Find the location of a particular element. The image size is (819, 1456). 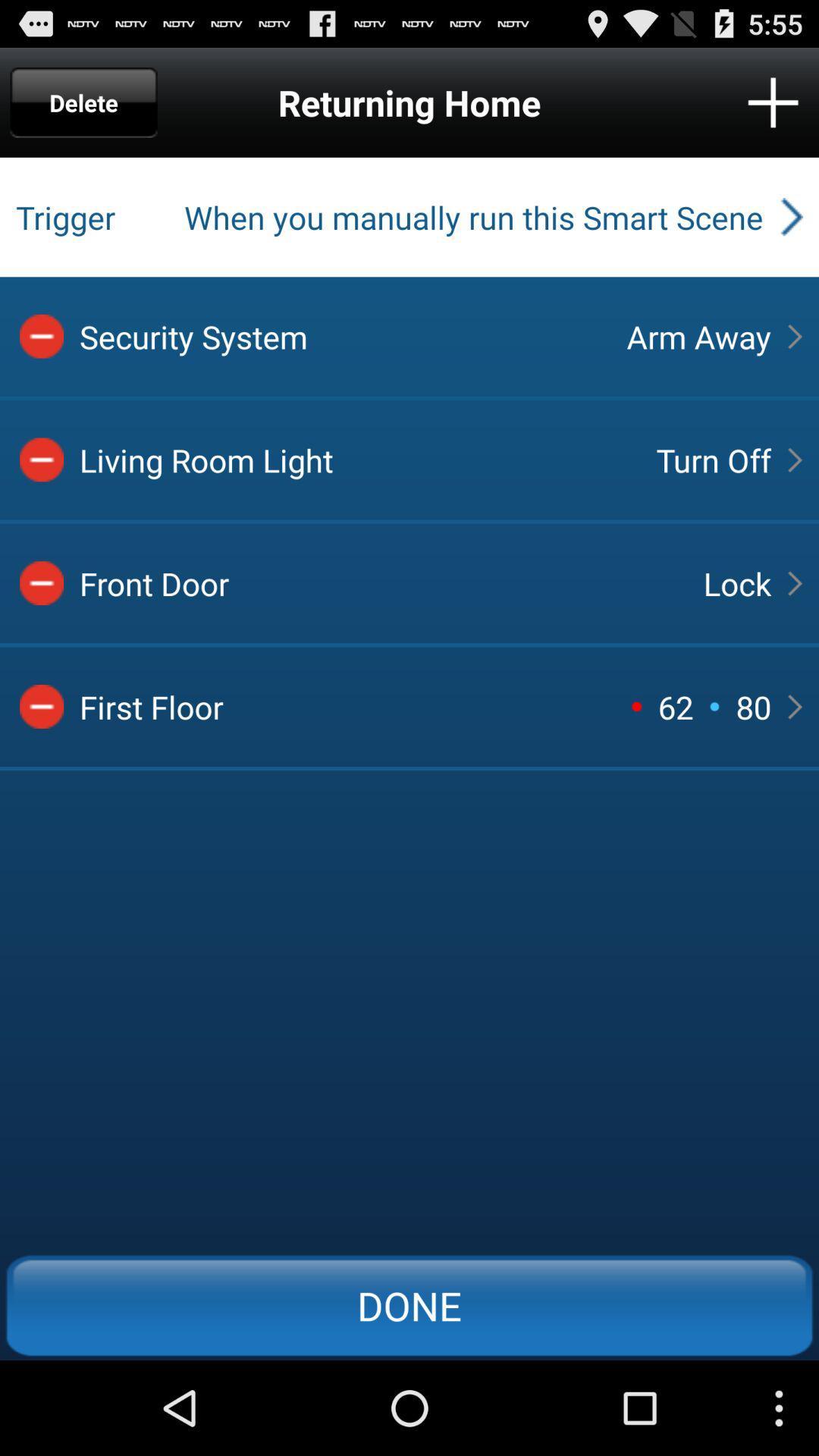

the icon below front door app is located at coordinates (675, 706).